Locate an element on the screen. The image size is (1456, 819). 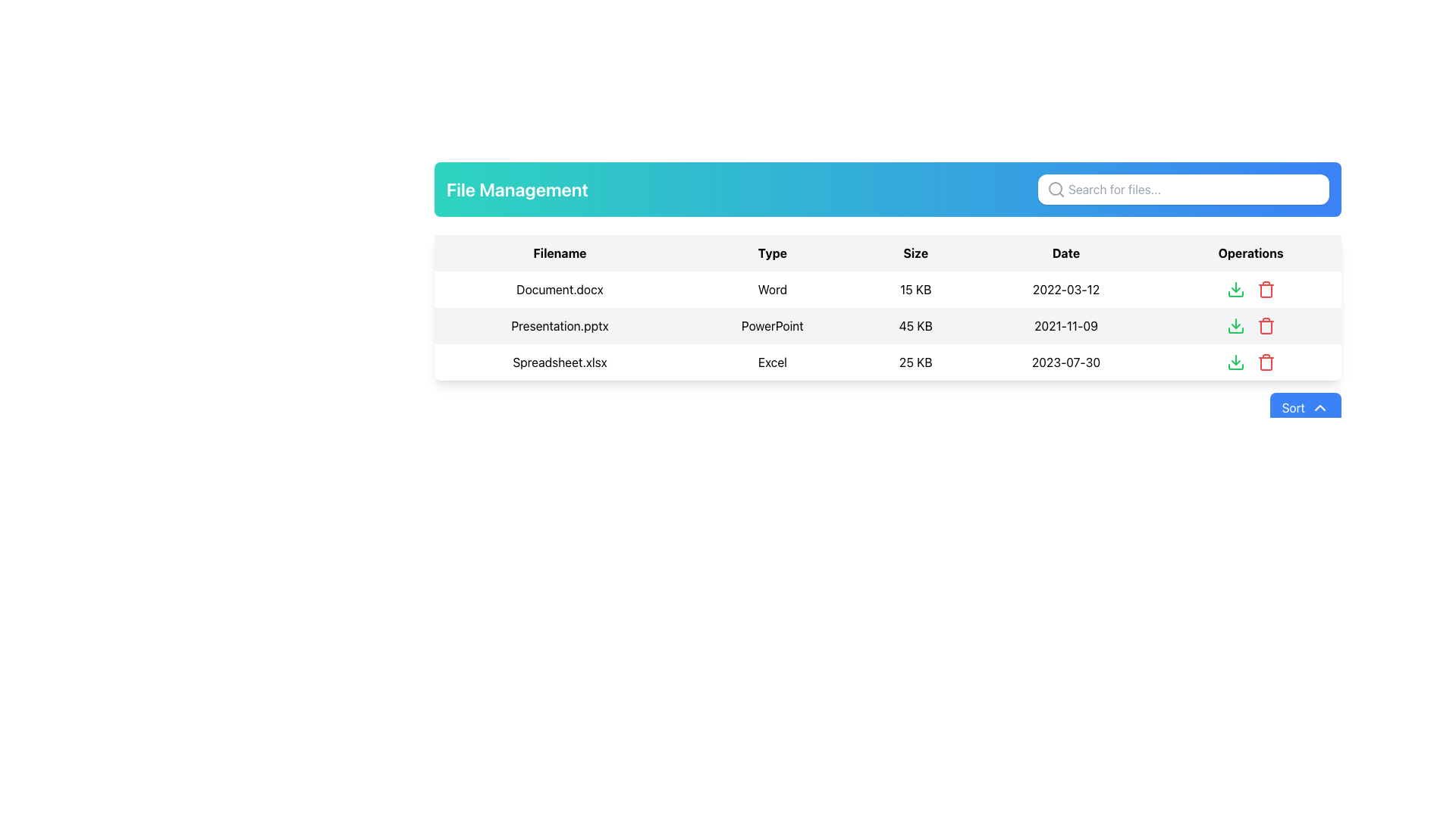
the text element displaying the date '2023-07-30' in the 'Date' column of the 'Spreadsheet.xlsx' file management table is located at coordinates (1065, 362).